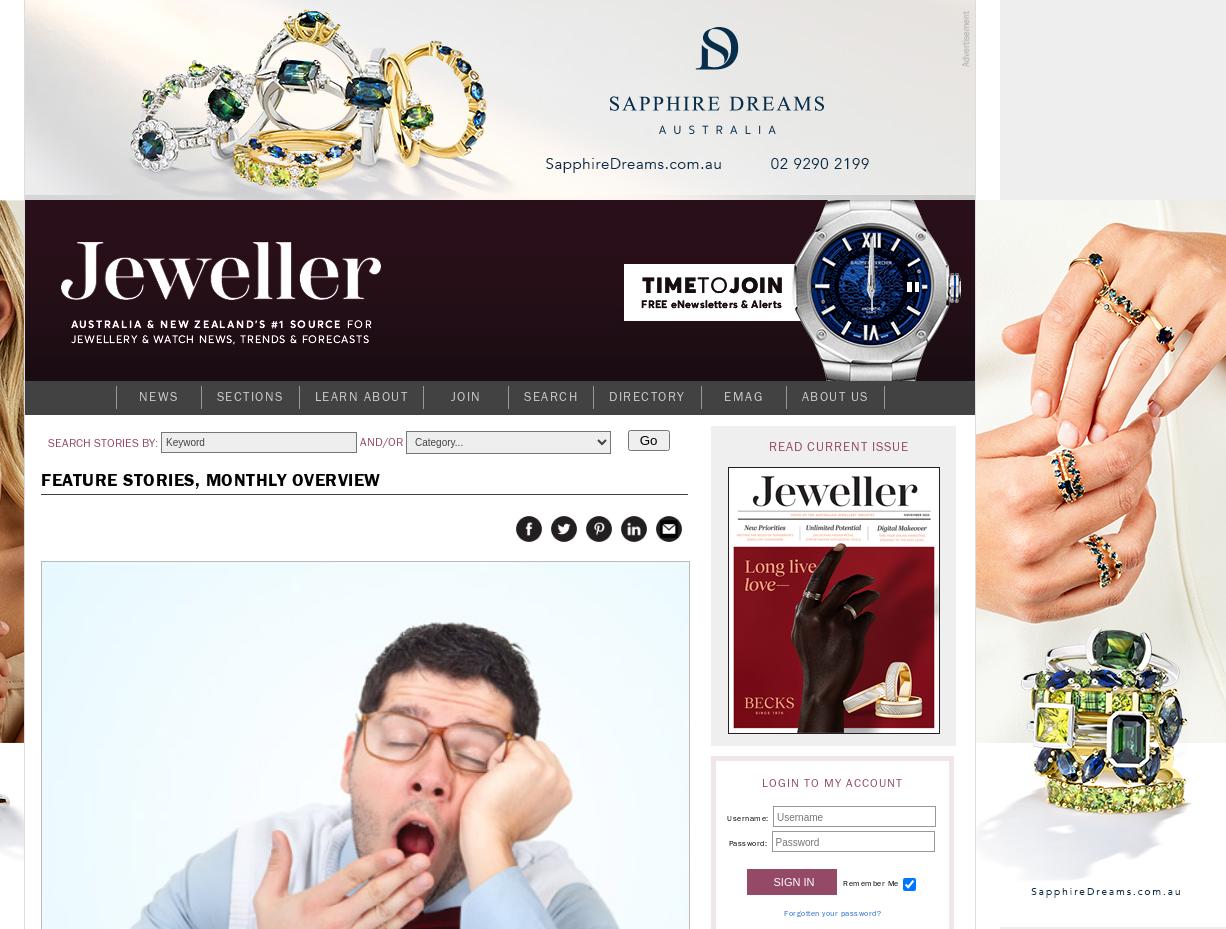 The width and height of the screenshot is (1226, 929). What do you see at coordinates (742, 395) in the screenshot?
I see `'eMag'` at bounding box center [742, 395].